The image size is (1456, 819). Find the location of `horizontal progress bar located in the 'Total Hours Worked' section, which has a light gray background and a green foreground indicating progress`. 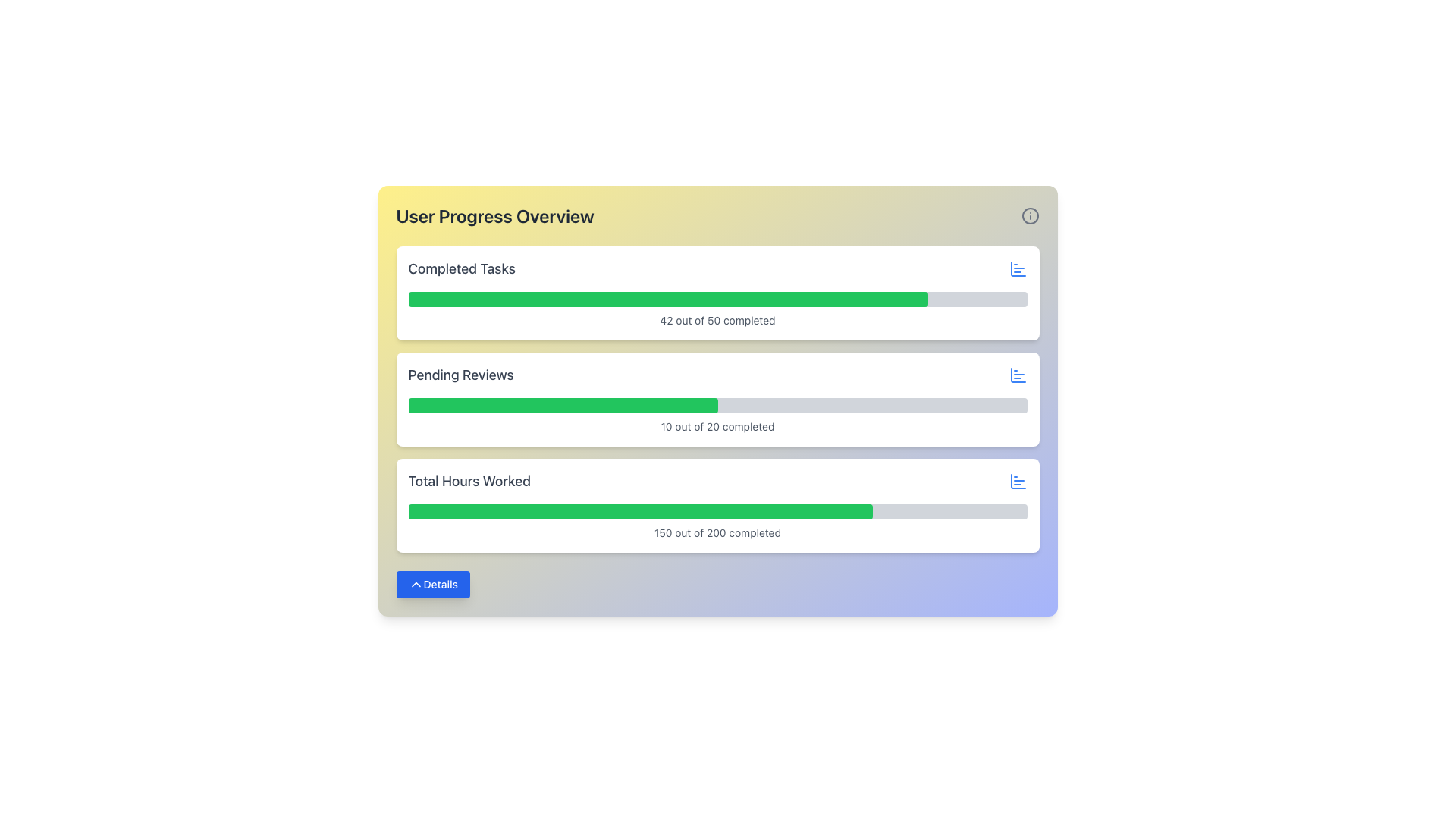

horizontal progress bar located in the 'Total Hours Worked' section, which has a light gray background and a green foreground indicating progress is located at coordinates (717, 512).